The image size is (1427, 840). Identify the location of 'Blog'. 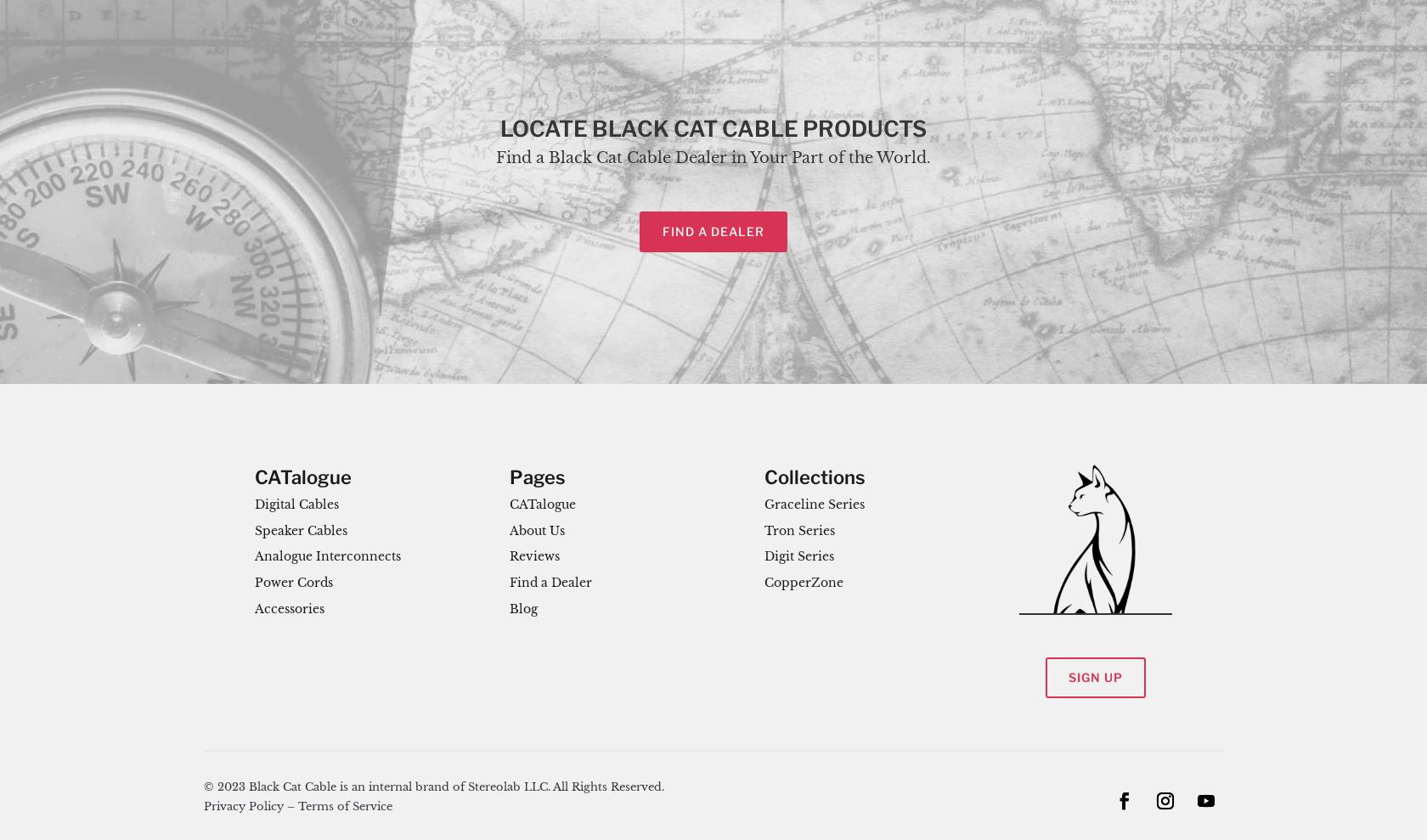
(523, 609).